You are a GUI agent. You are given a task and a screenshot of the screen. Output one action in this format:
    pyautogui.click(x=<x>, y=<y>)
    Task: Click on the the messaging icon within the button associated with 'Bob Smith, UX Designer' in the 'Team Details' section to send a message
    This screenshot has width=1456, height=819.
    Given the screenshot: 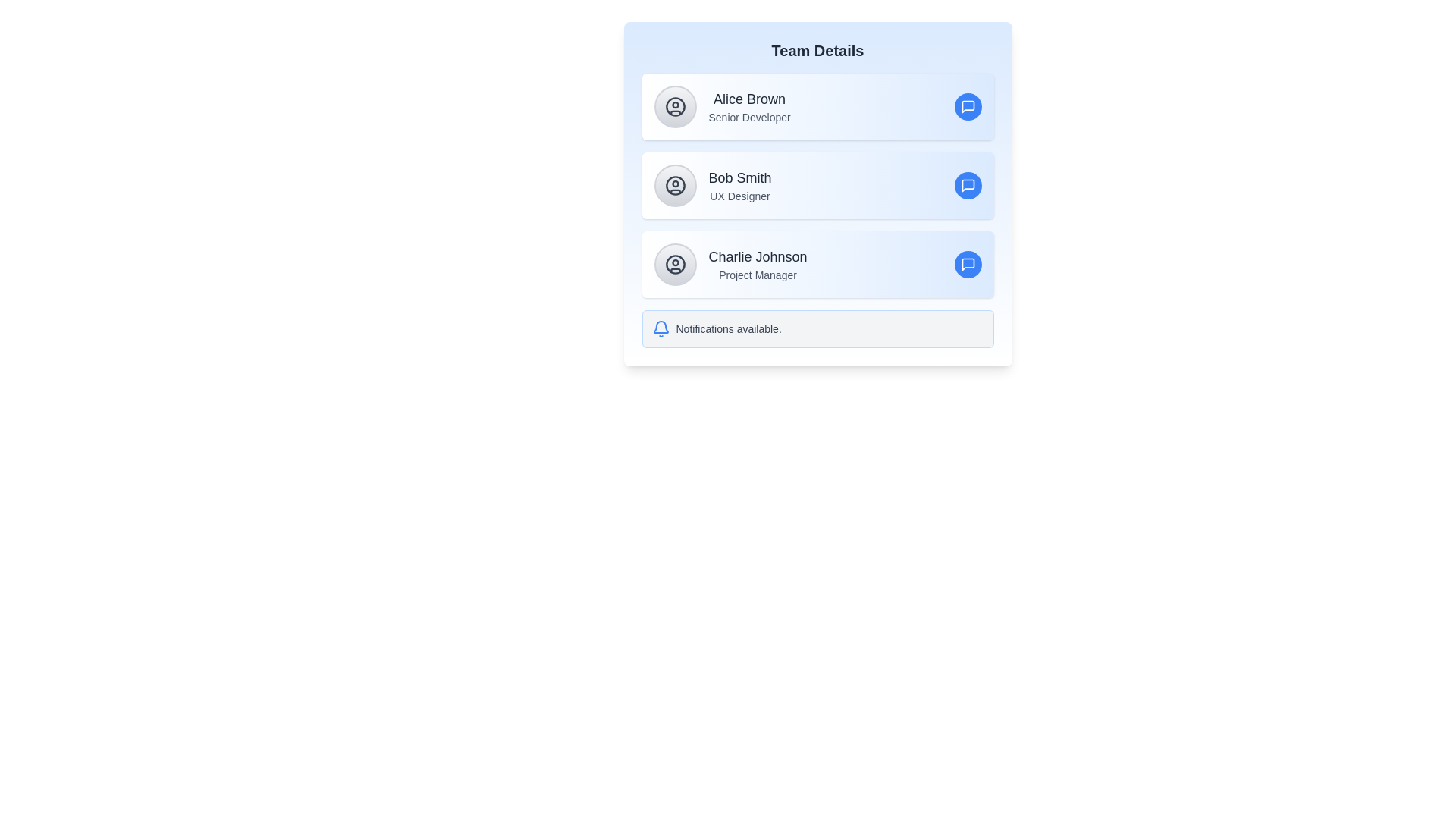 What is the action you would take?
    pyautogui.click(x=967, y=106)
    